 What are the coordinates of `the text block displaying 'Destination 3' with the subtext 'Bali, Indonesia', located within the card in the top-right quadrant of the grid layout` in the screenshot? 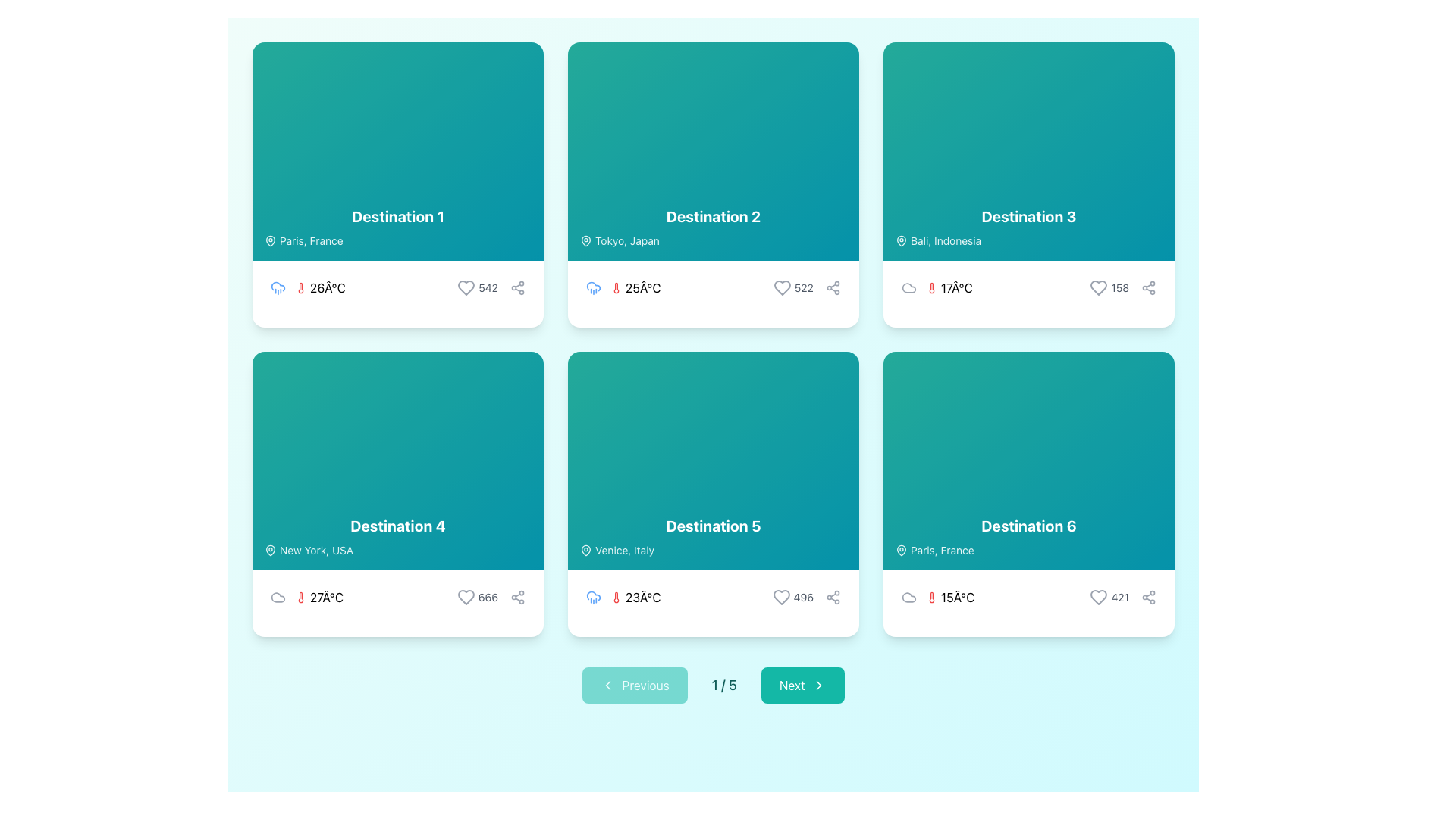 It's located at (1029, 227).